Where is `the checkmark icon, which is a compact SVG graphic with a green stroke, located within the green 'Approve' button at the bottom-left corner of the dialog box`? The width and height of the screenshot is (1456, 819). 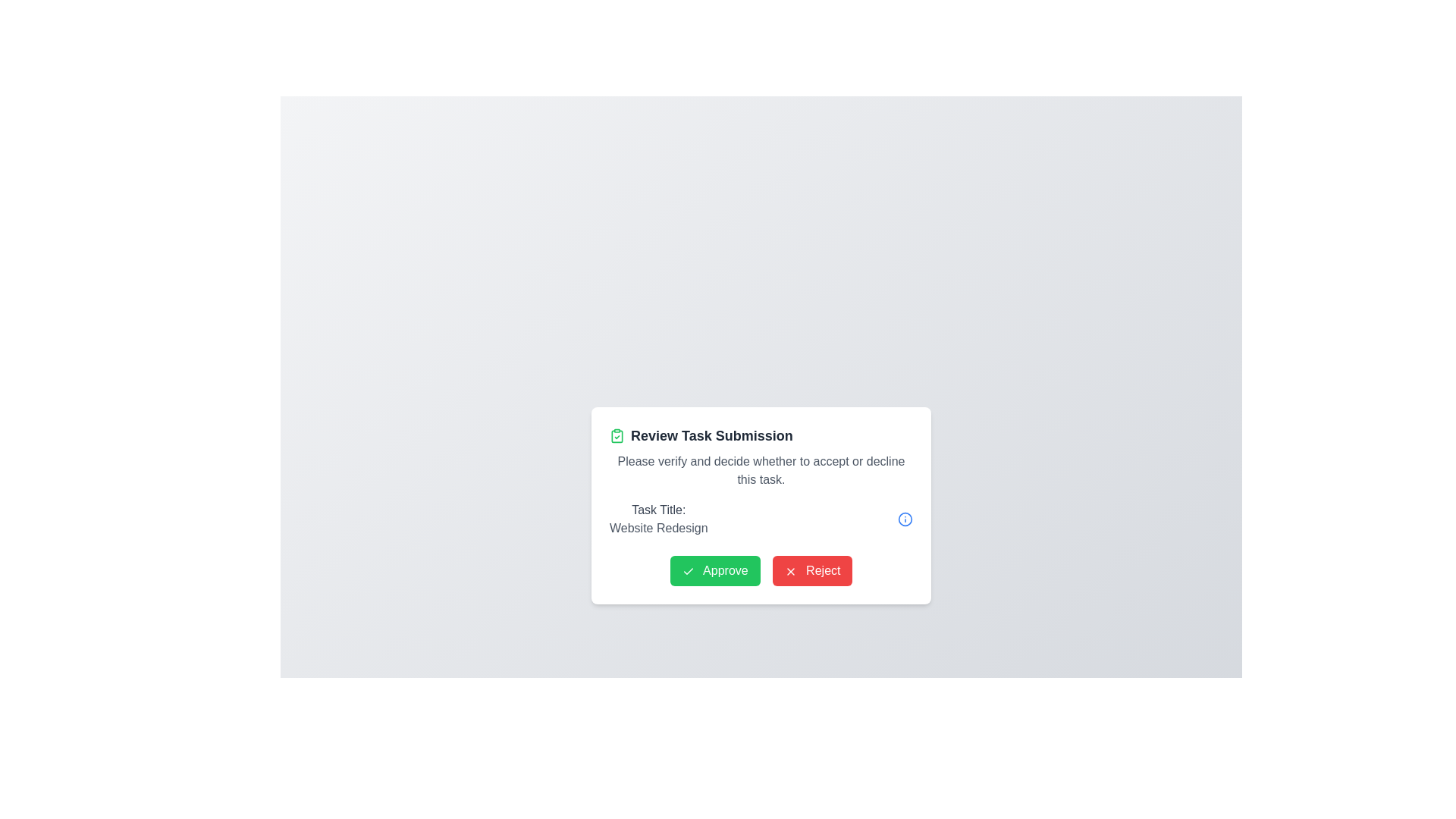
the checkmark icon, which is a compact SVG graphic with a green stroke, located within the green 'Approve' button at the bottom-left corner of the dialog box is located at coordinates (687, 571).